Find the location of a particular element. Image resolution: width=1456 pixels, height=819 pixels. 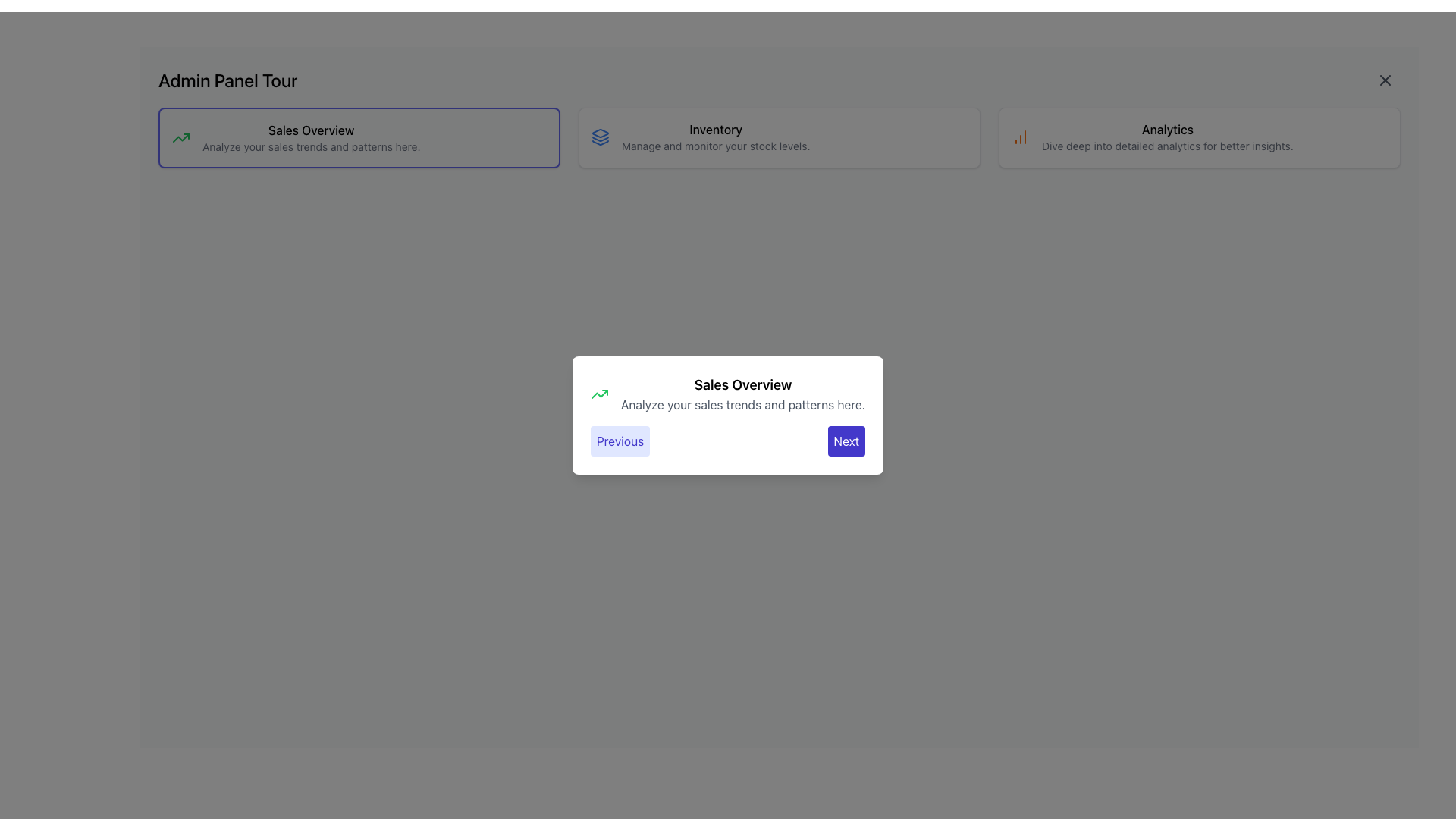

the blue icon depicting stacked layers located on the left side of the inventory management section is located at coordinates (600, 137).